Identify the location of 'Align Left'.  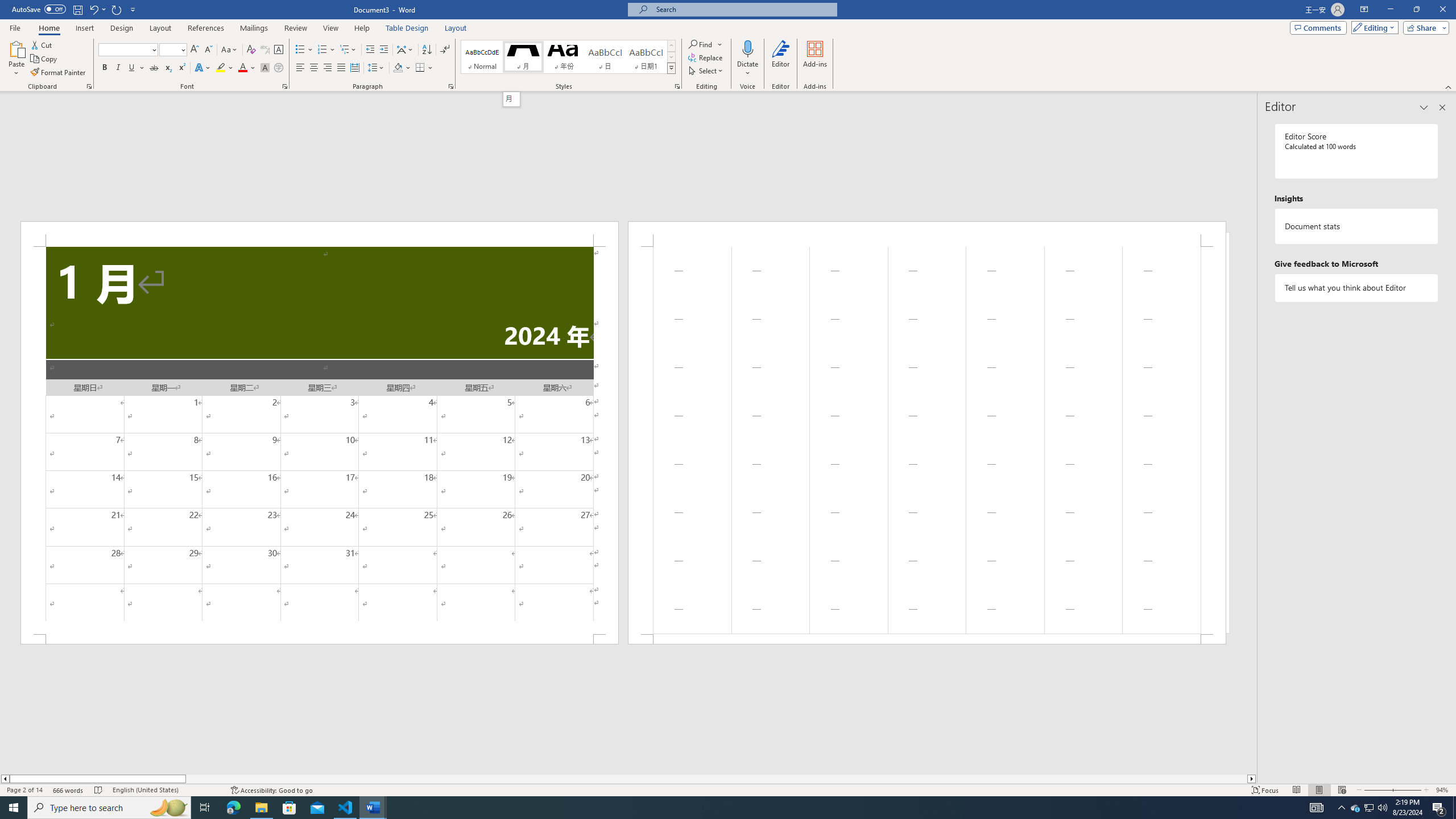
(300, 67).